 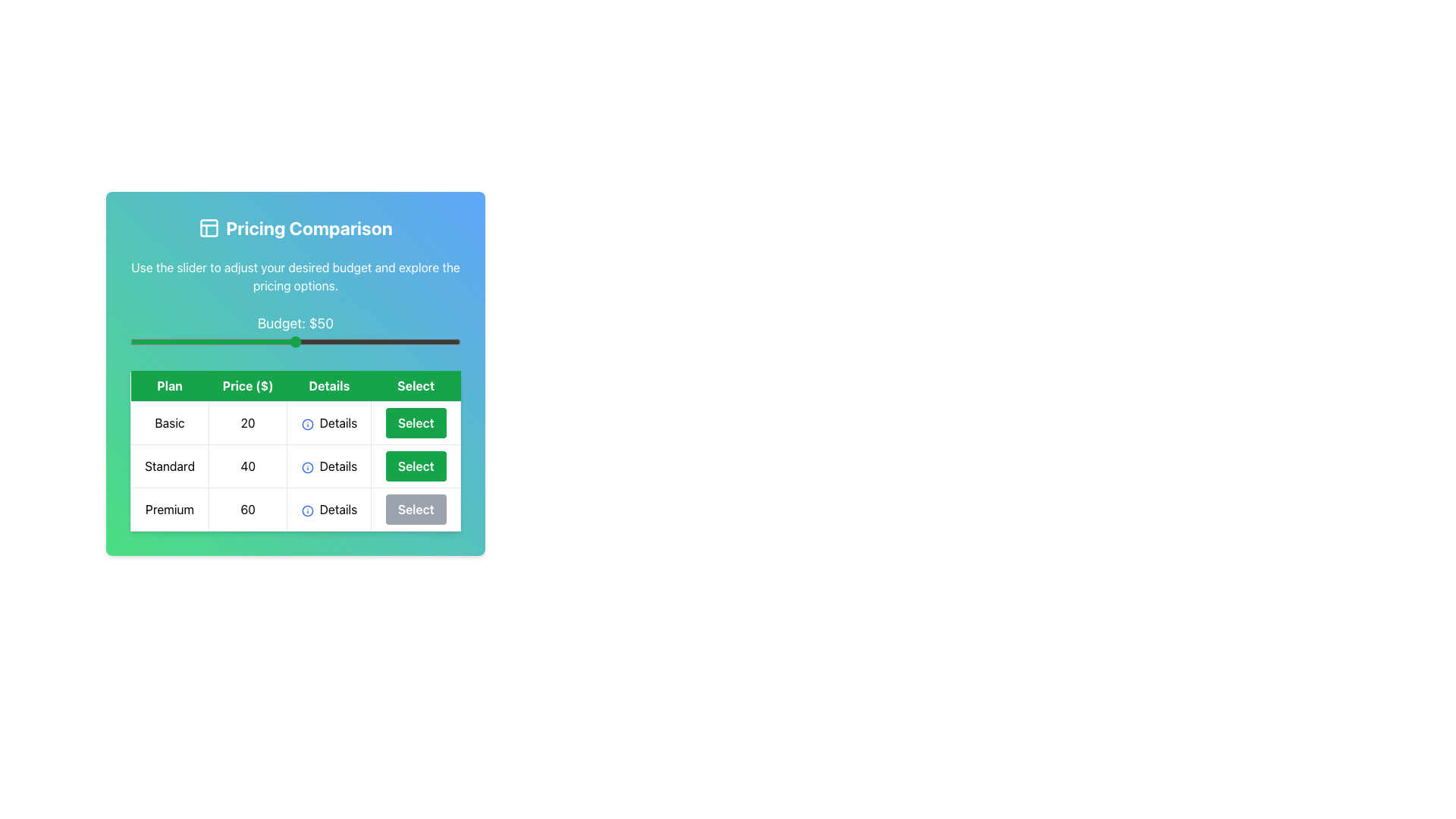 I want to click on the budget, so click(x=401, y=342).